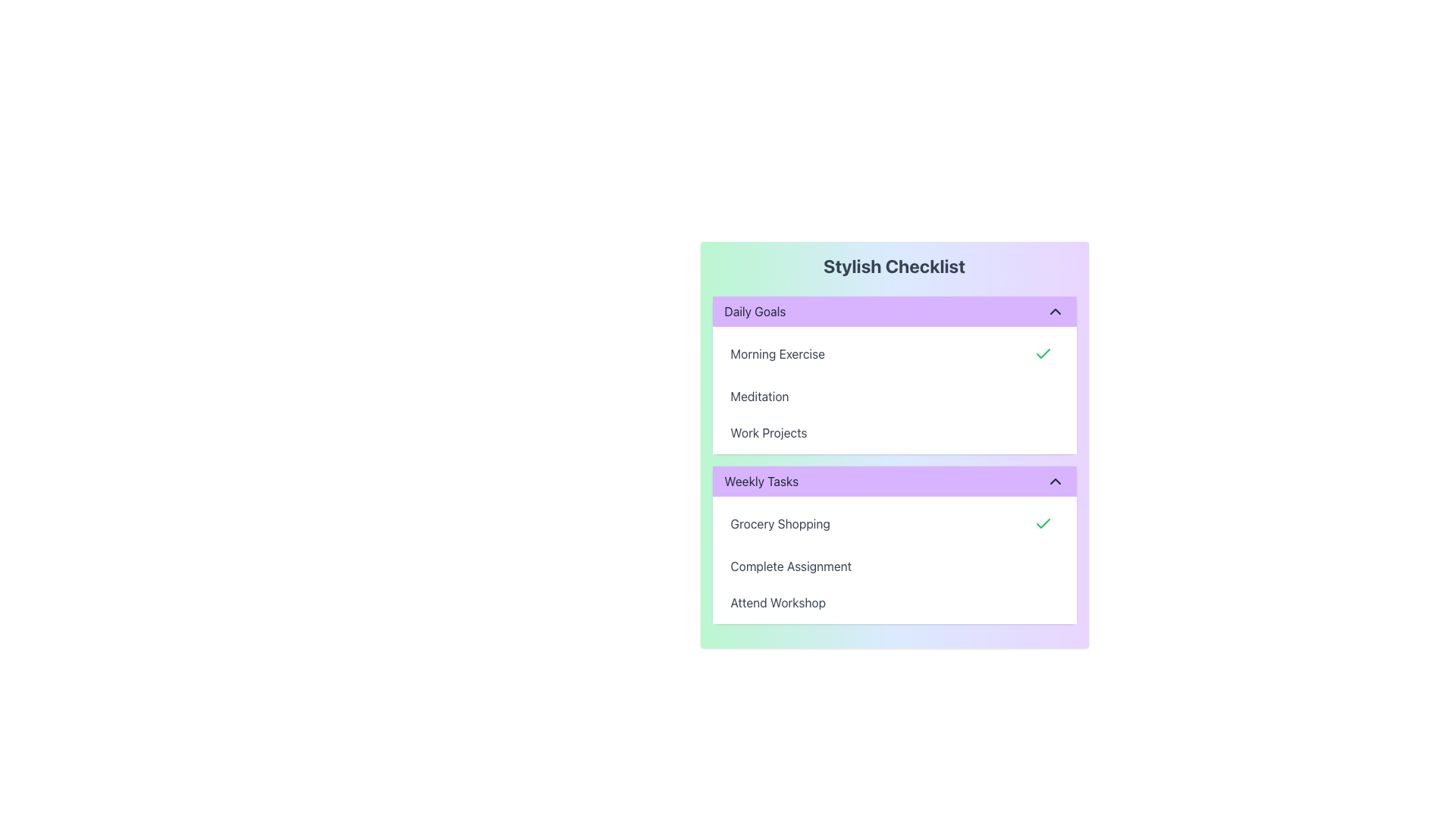 Image resolution: width=1456 pixels, height=819 pixels. I want to click on the 'Complete Assignment' list item in the Weekly Tasks section to mark it as complete, so click(894, 566).